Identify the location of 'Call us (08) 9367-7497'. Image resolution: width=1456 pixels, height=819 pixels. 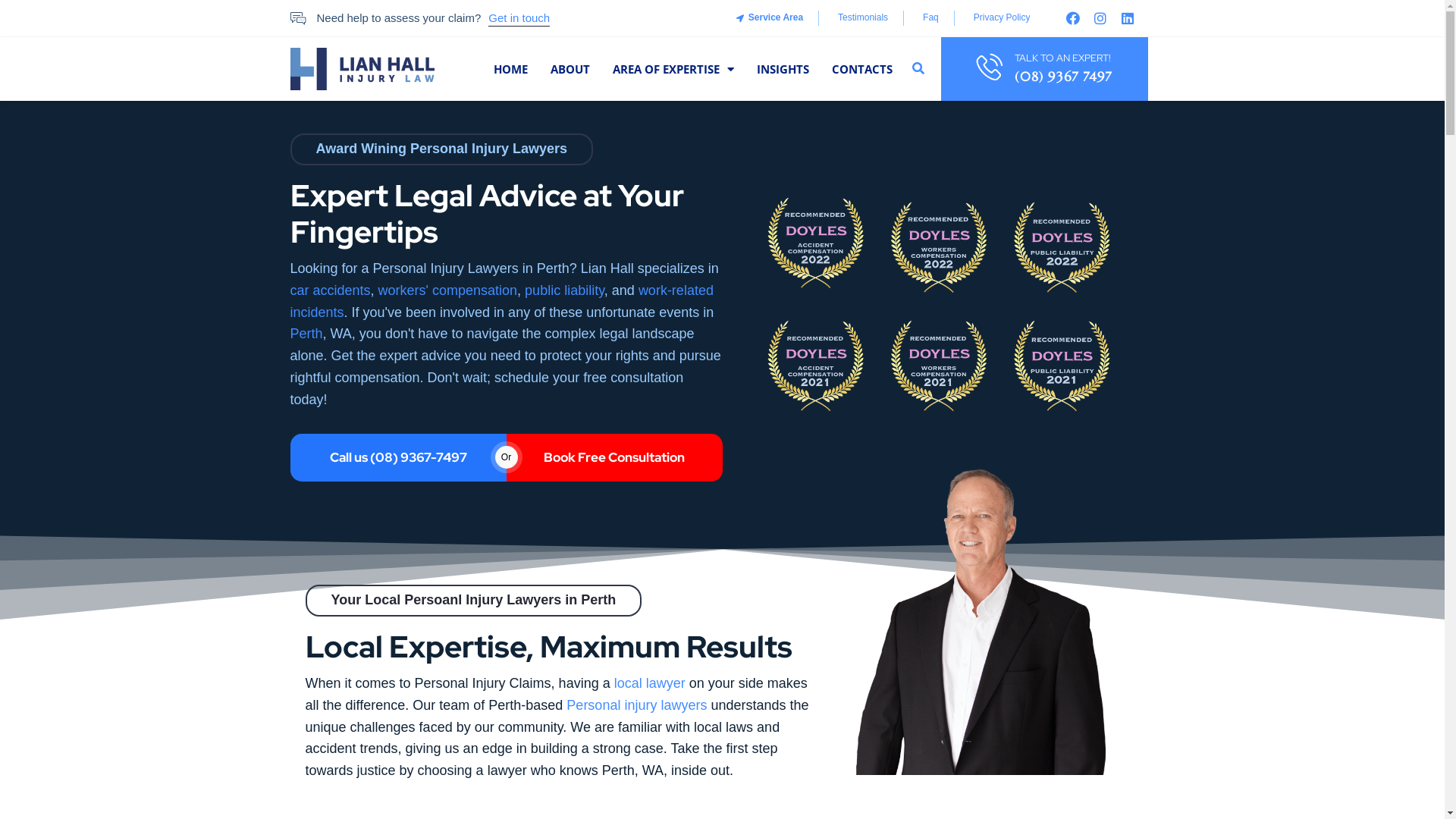
(397, 457).